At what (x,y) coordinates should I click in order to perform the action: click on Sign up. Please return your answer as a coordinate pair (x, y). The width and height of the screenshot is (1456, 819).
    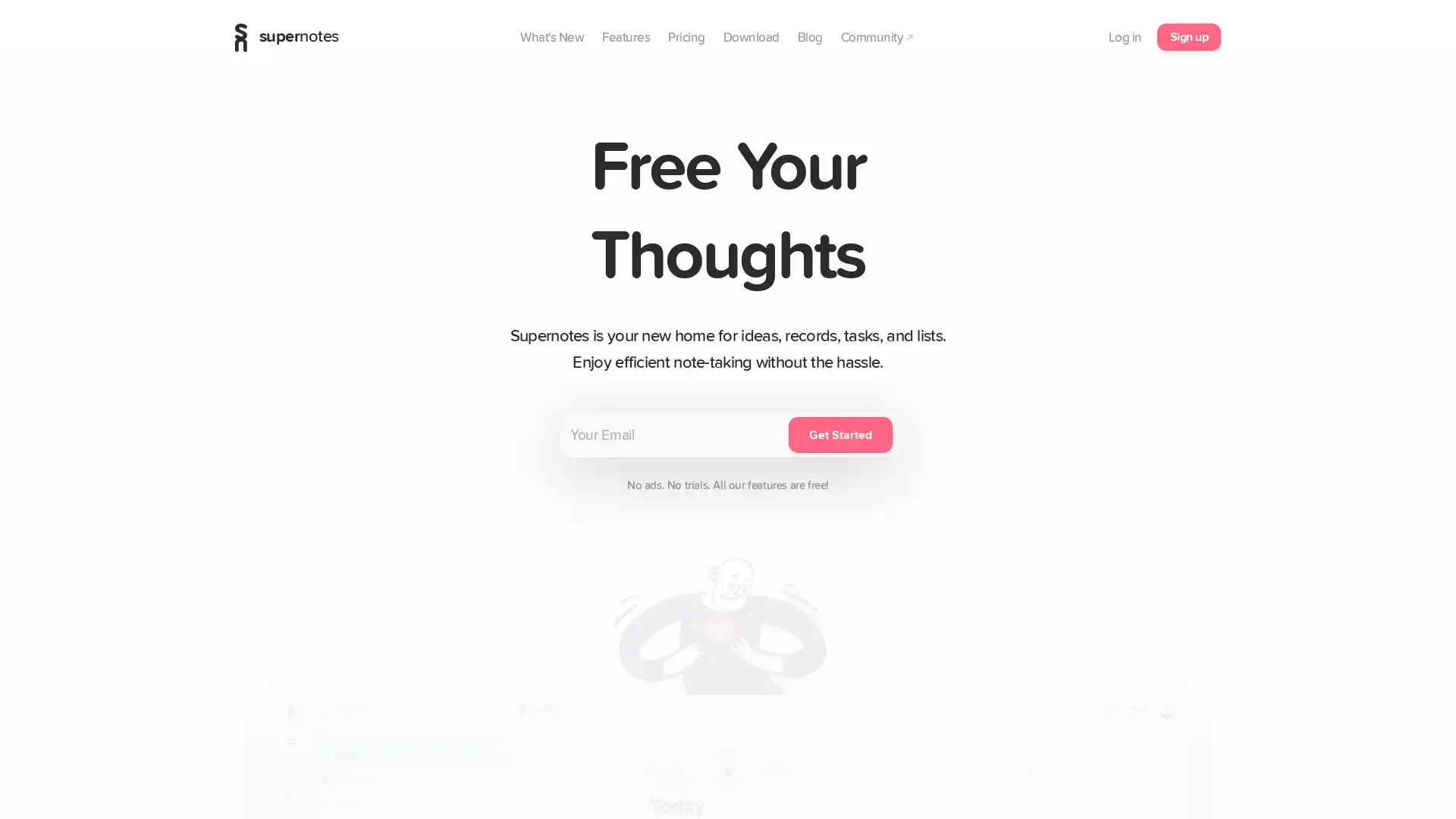
    Looking at the image, I should click on (1188, 36).